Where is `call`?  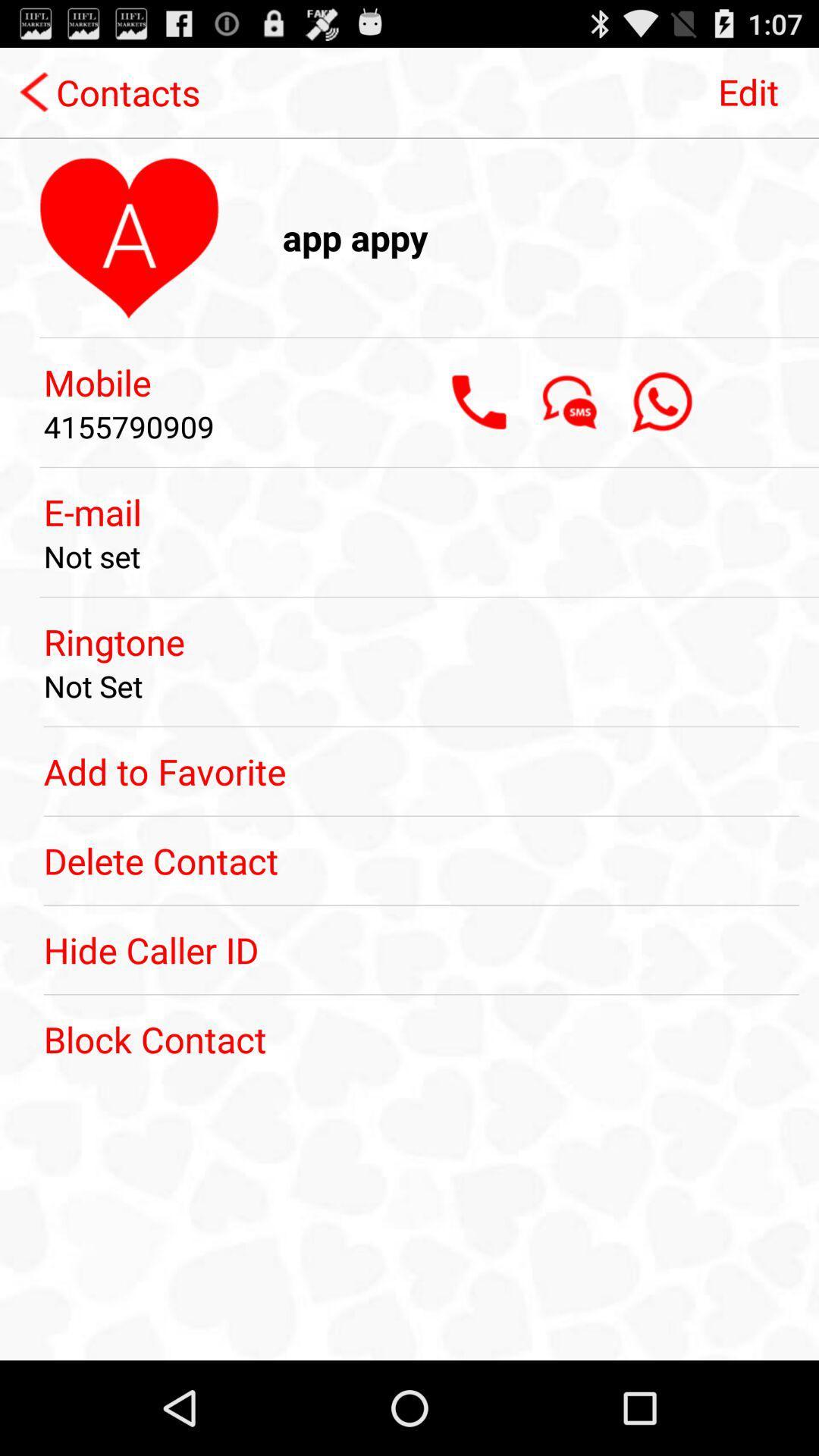 call is located at coordinates (479, 402).